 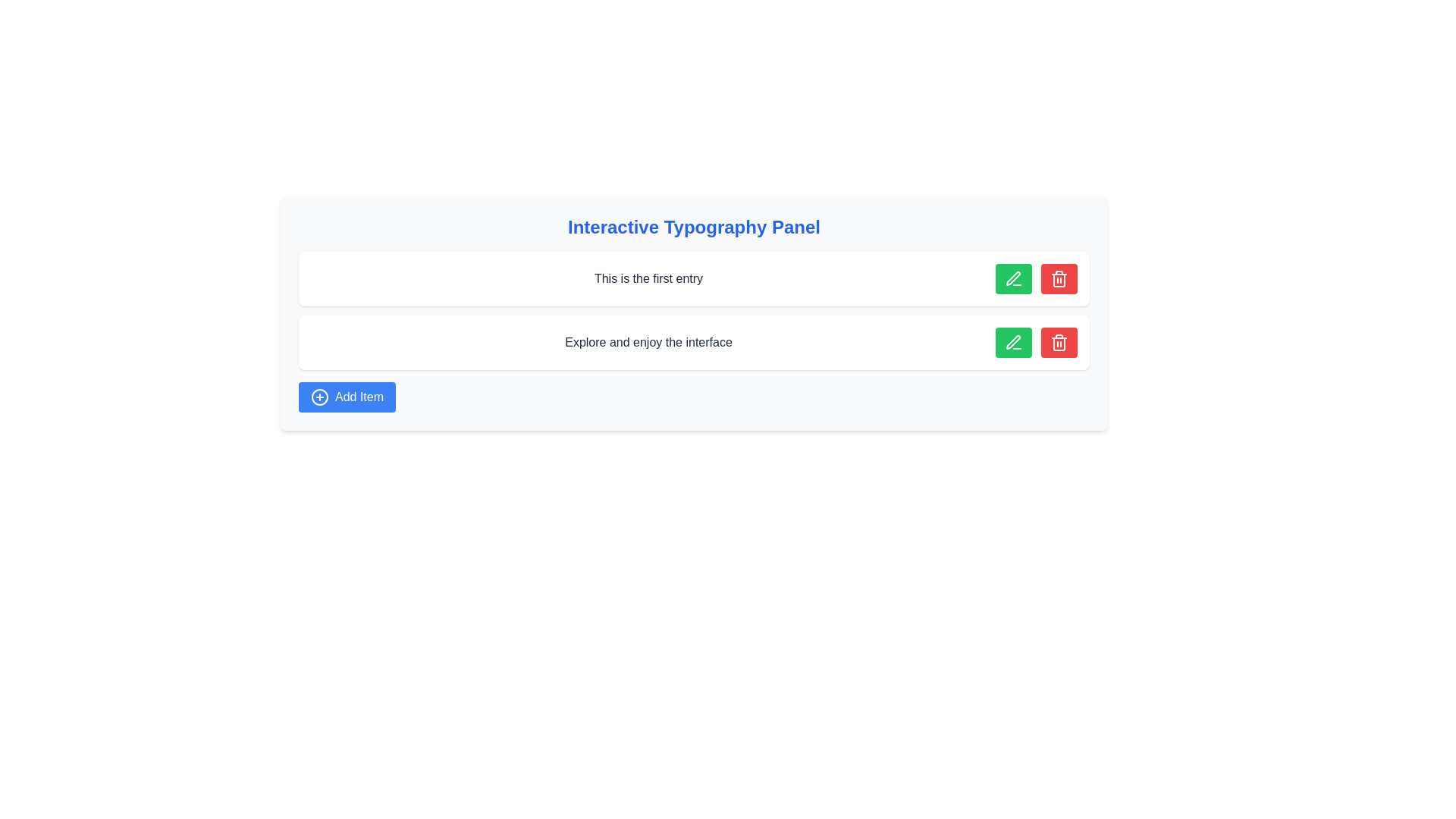 I want to click on the red trash icon button located at the far right of the second row in the interactive typography panel to initiate a delete action, so click(x=1058, y=342).